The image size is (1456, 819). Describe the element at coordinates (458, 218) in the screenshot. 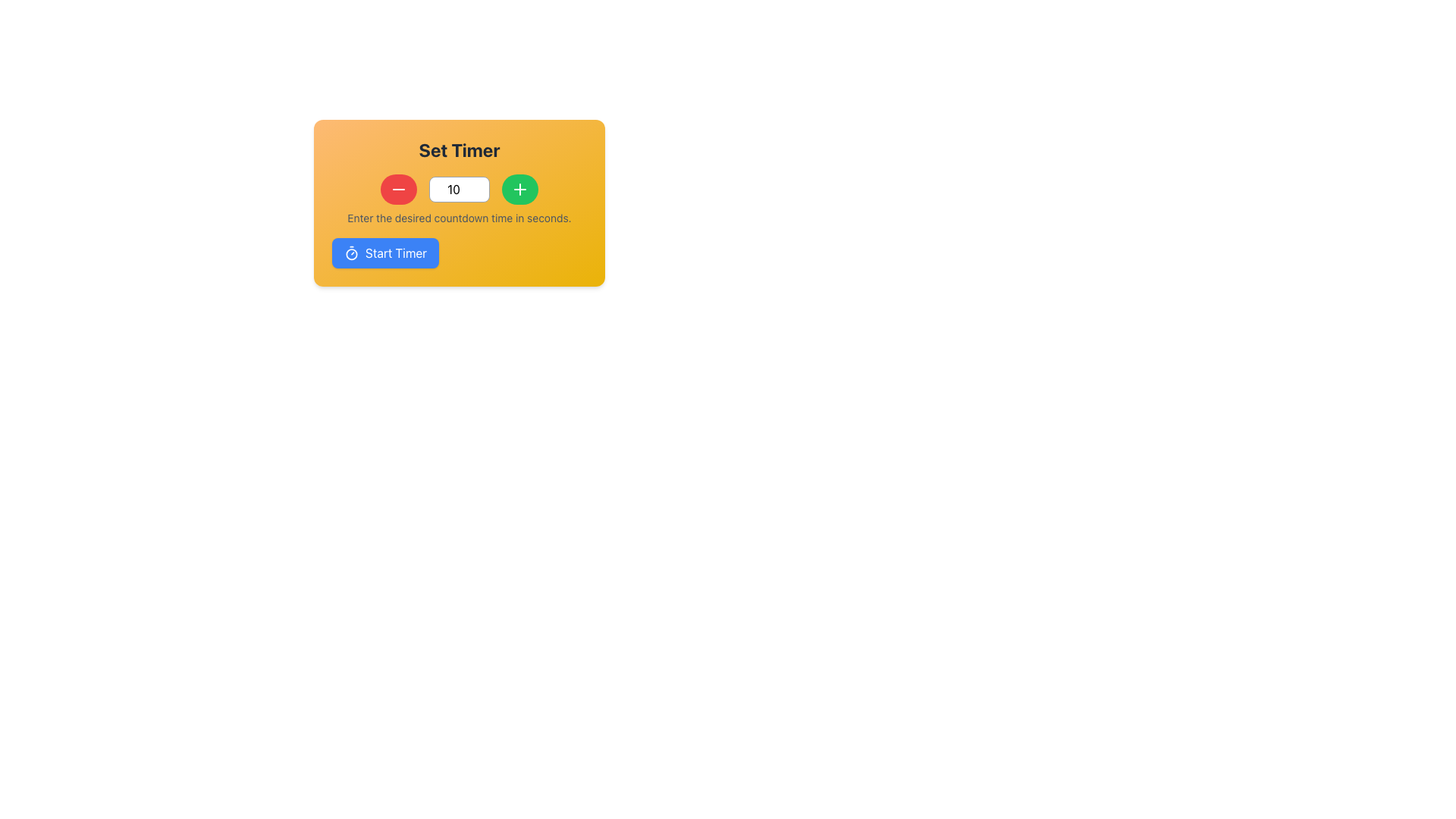

I see `the text label that reads 'Enter the desired countdown time in seconds' which is located within an orange-to-yellow gradient background card, positioned below the input field and above the blue 'Start Timer' button` at that location.